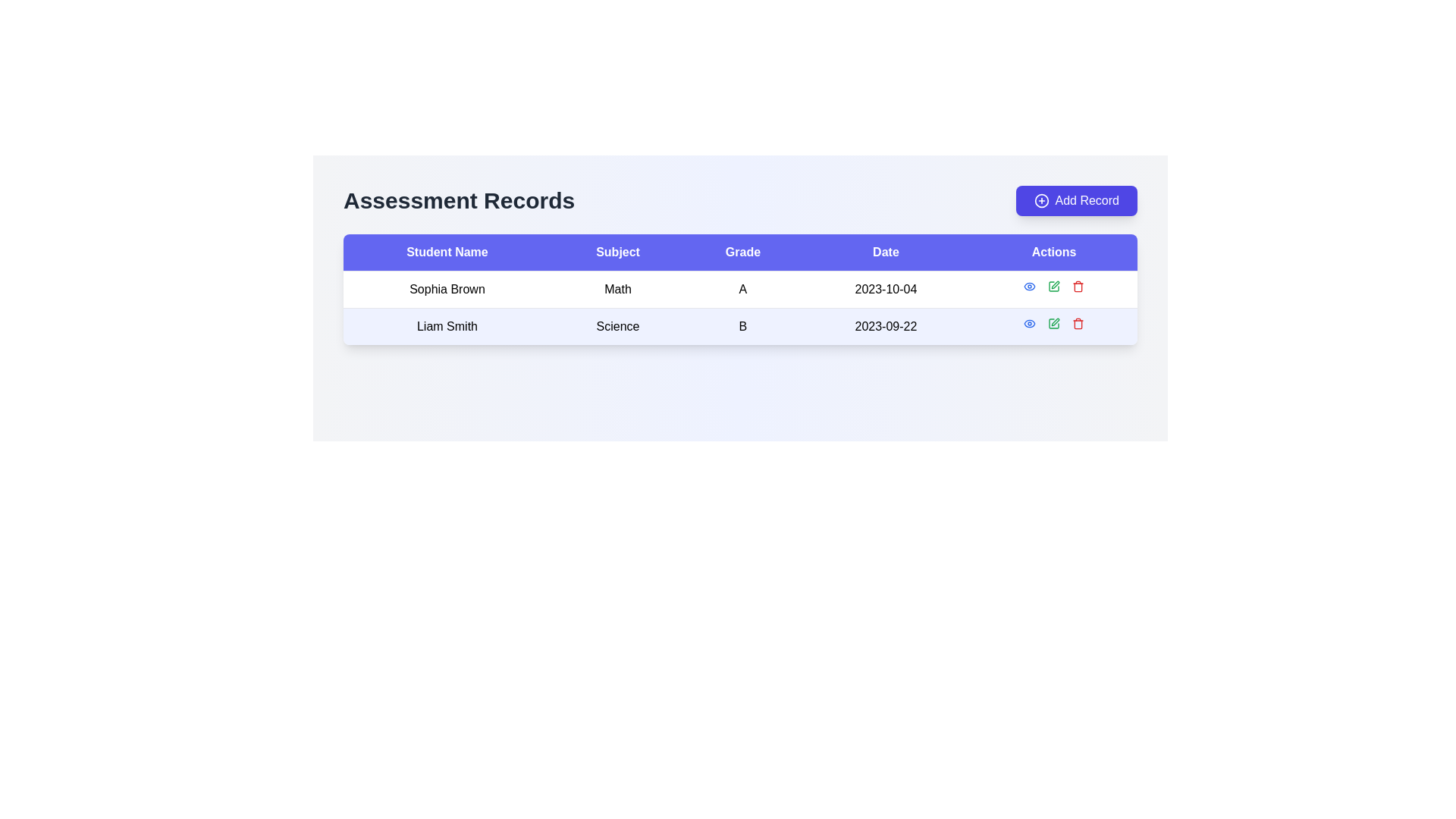  What do you see at coordinates (1053, 287) in the screenshot?
I see `the edit icon represented by a square outline and a pen in the 'Actions' column of the table, specifically in the second row next to 'Liam Smith'` at bounding box center [1053, 287].